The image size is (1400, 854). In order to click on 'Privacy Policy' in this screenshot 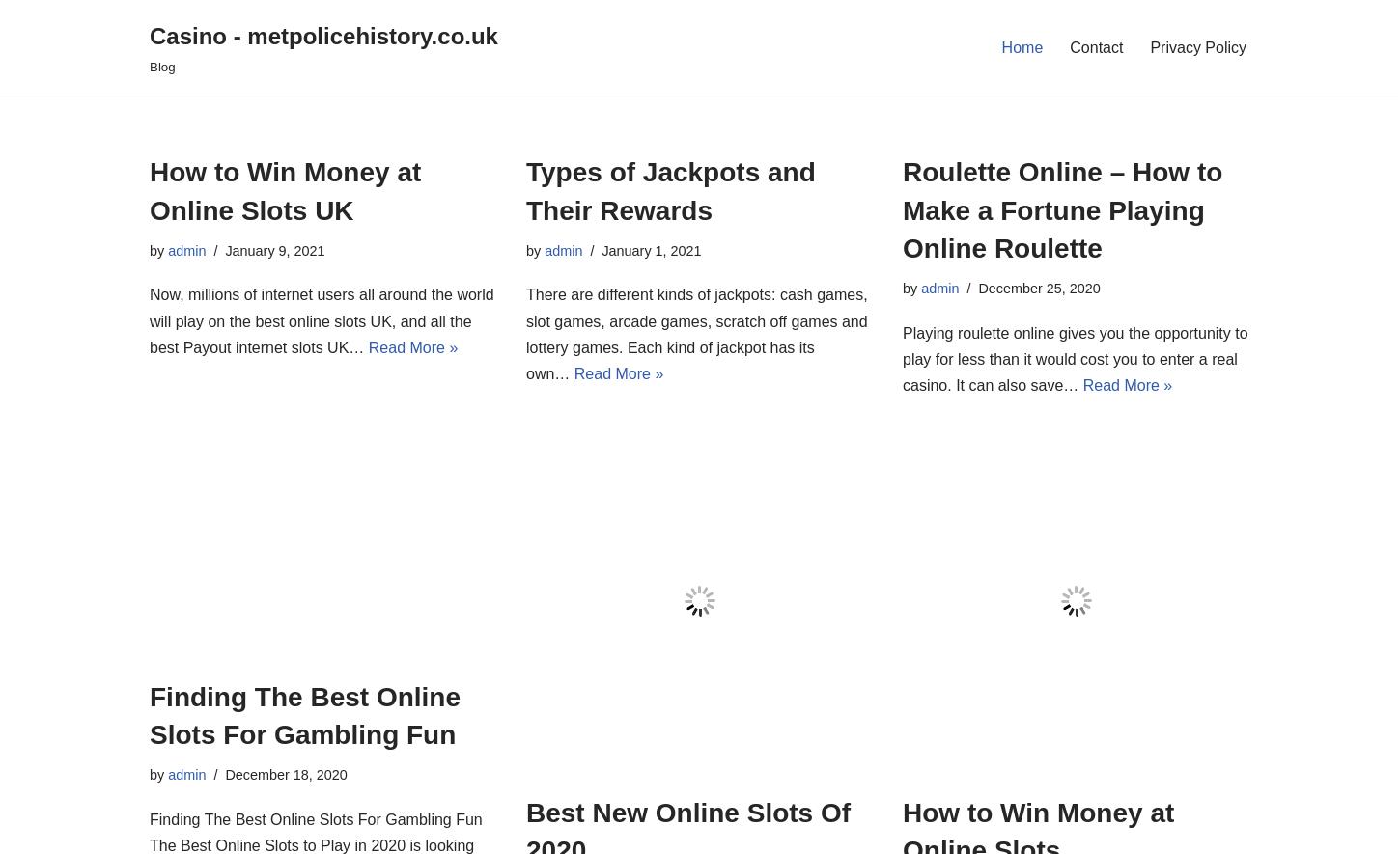, I will do `click(1198, 46)`.